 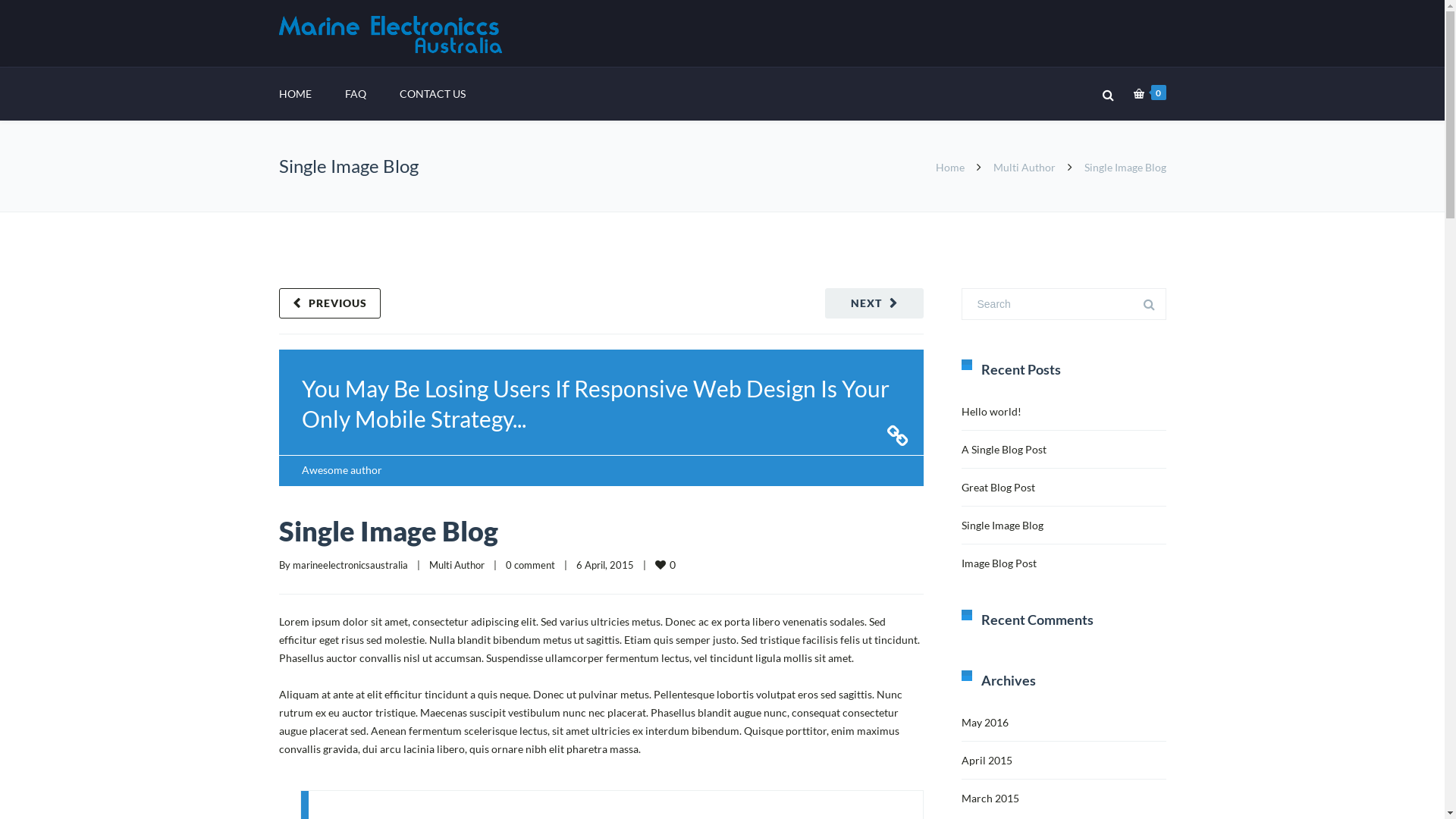 I want to click on 'Image Blog Post', so click(x=999, y=563).